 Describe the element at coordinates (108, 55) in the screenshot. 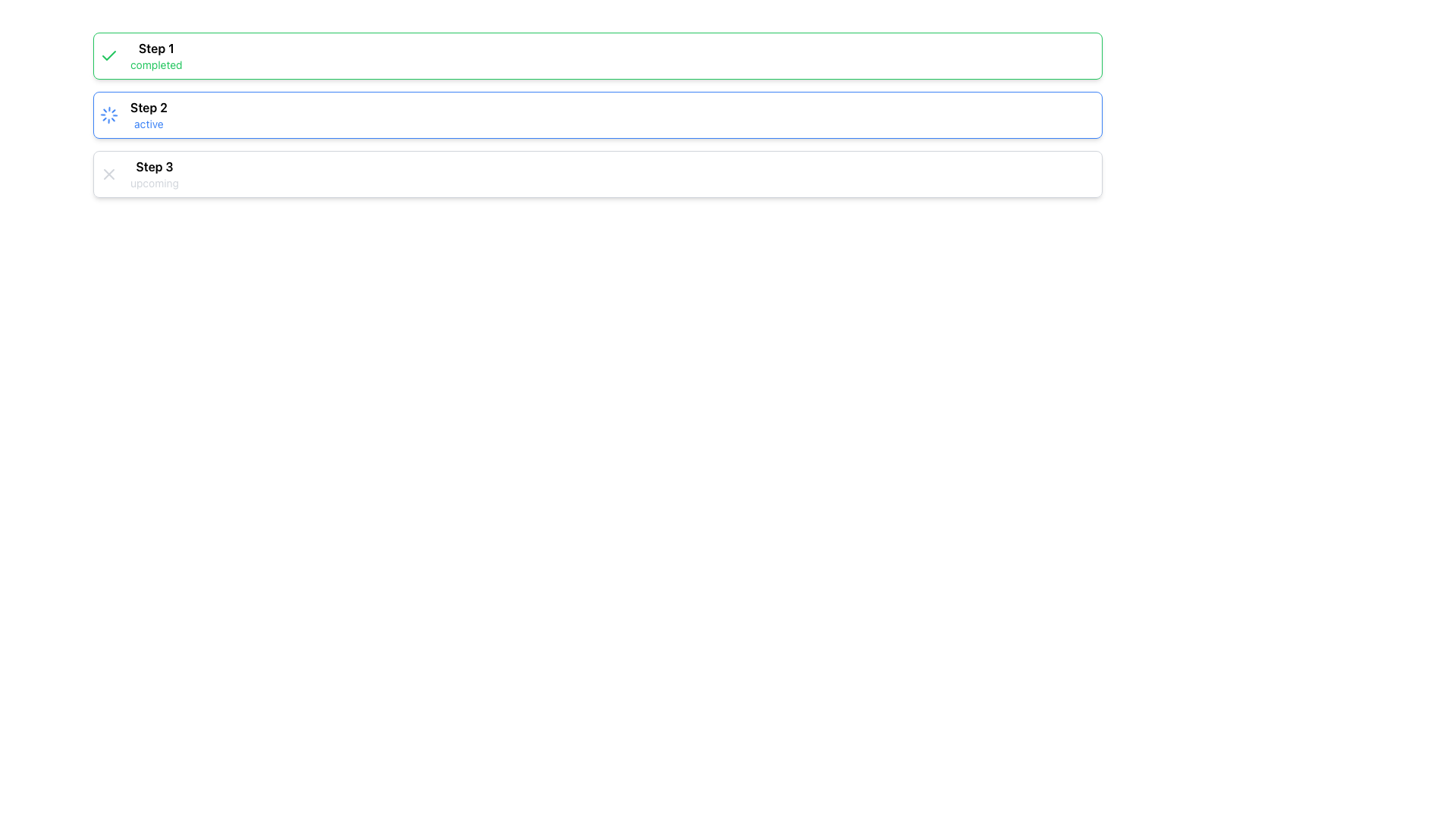

I see `the Graphical Icon (Check Mark) located near the text 'Step 1' within a green-bordered box in the horizontal progress indicator` at that location.